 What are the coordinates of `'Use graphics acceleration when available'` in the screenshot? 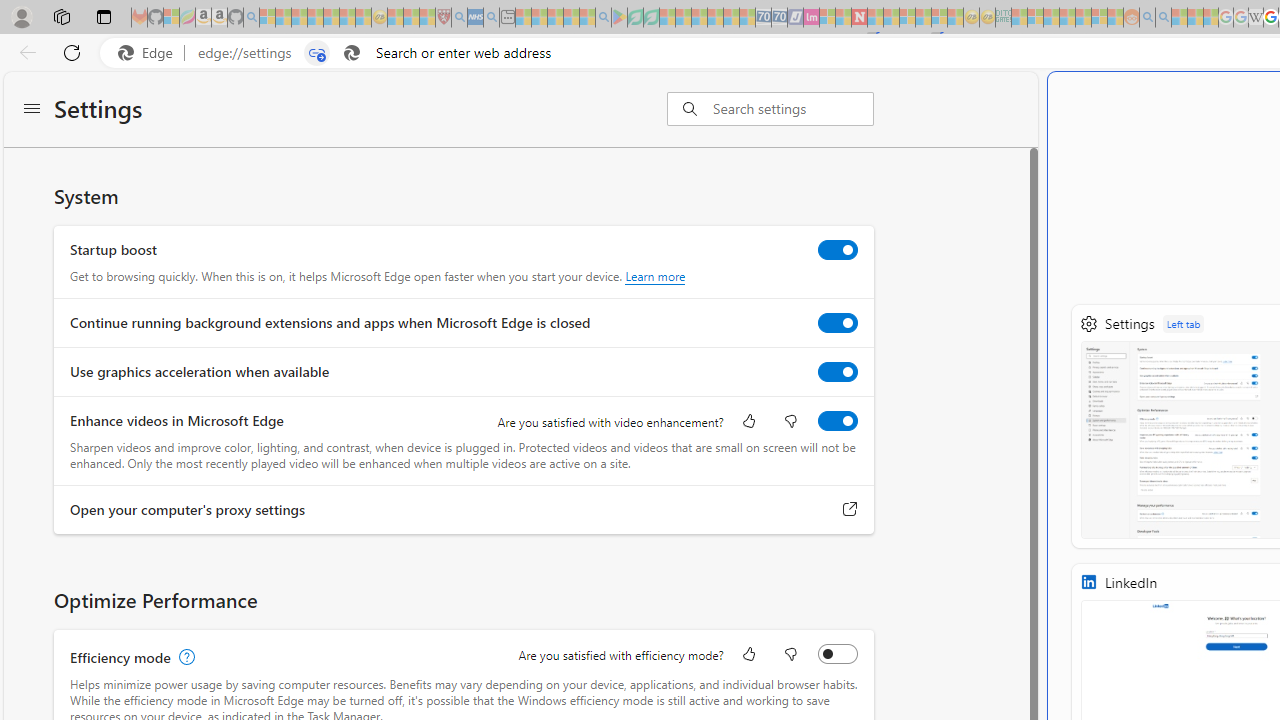 It's located at (837, 372).